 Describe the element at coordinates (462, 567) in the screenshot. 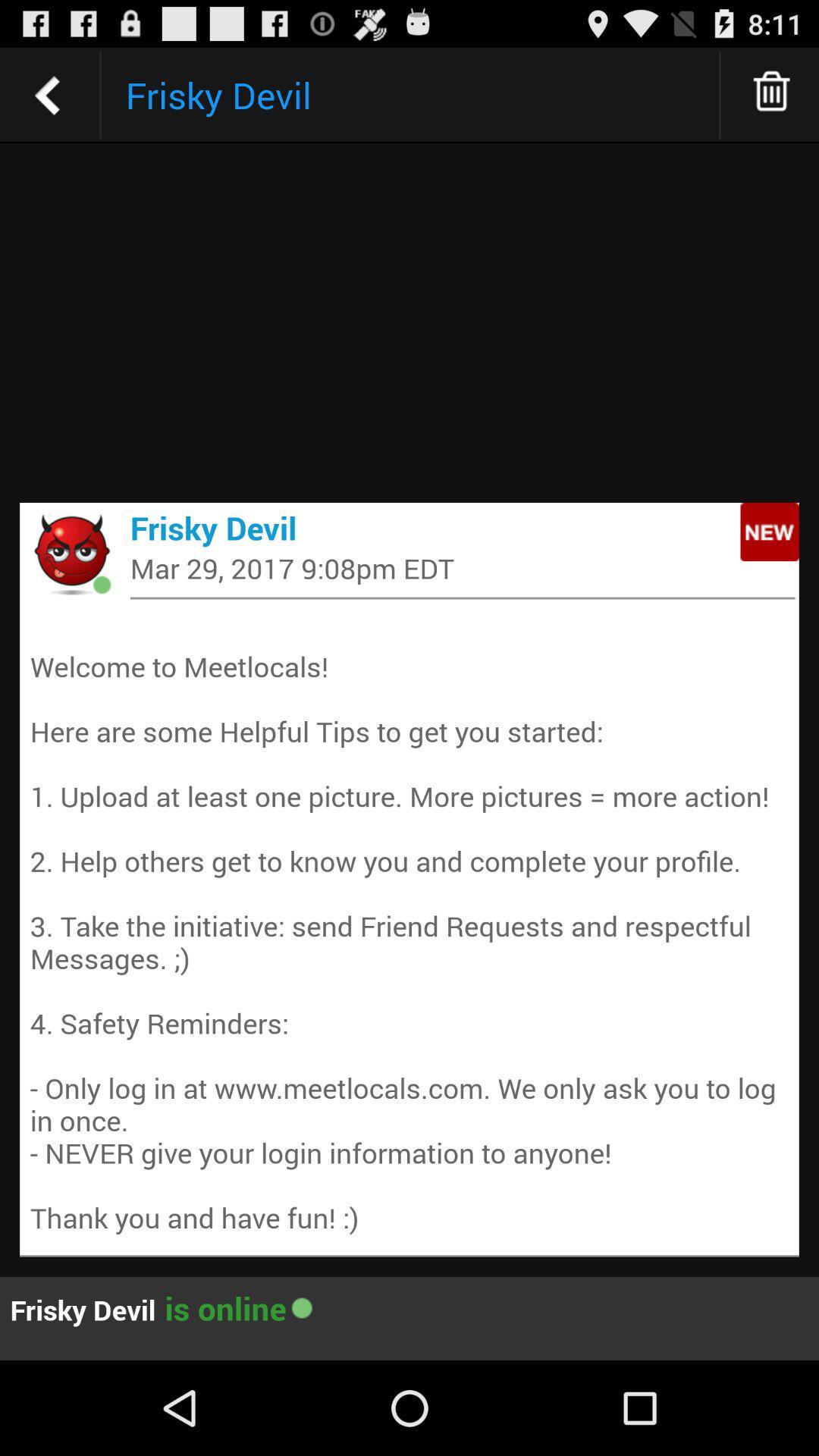

I see `the mar 29 2017 item` at that location.